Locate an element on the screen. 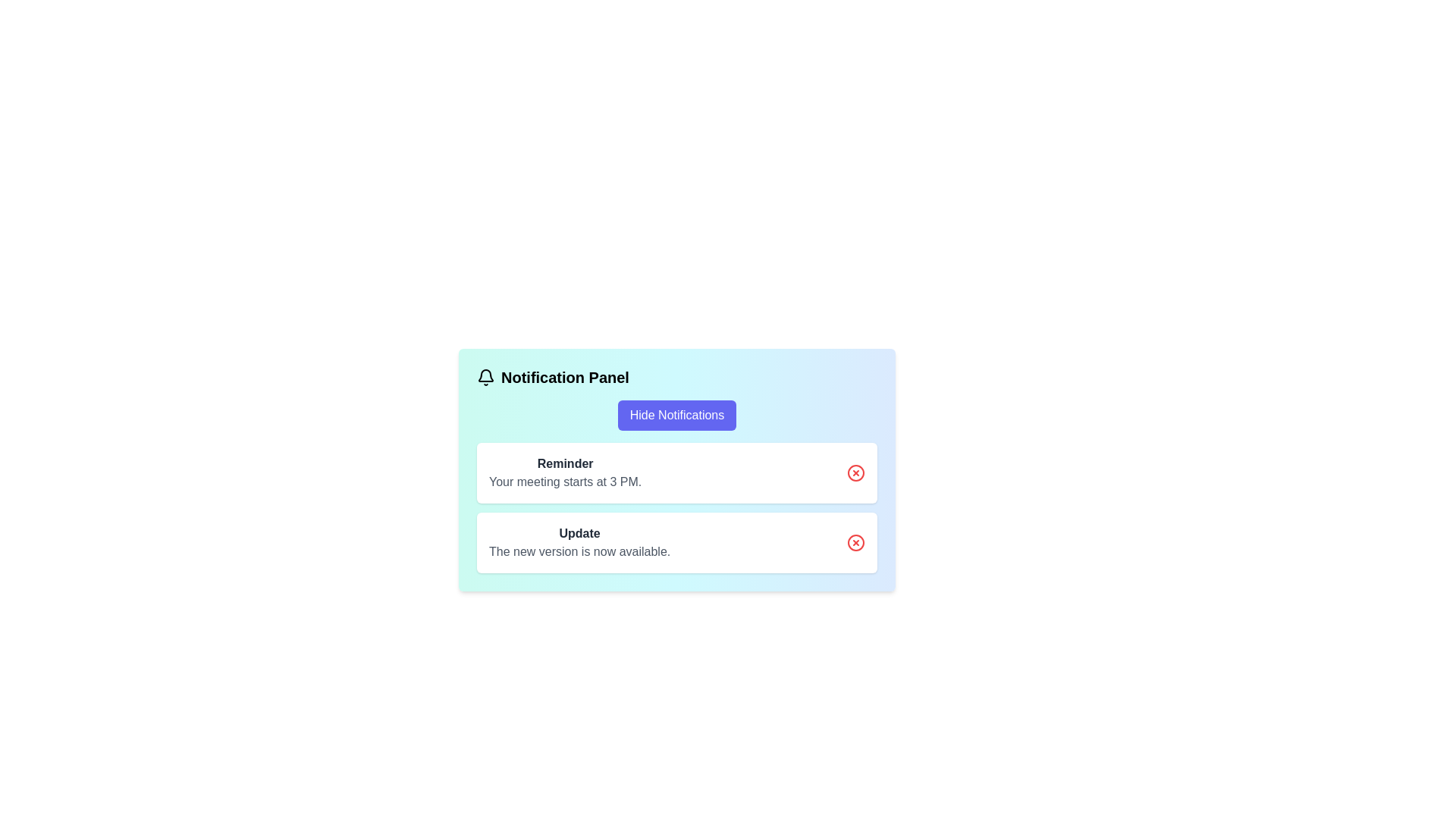 Image resolution: width=1456 pixels, height=819 pixels. text of the notification block titled 'Reminder' which states 'Your meeting starts at 3 PM.' is located at coordinates (564, 472).